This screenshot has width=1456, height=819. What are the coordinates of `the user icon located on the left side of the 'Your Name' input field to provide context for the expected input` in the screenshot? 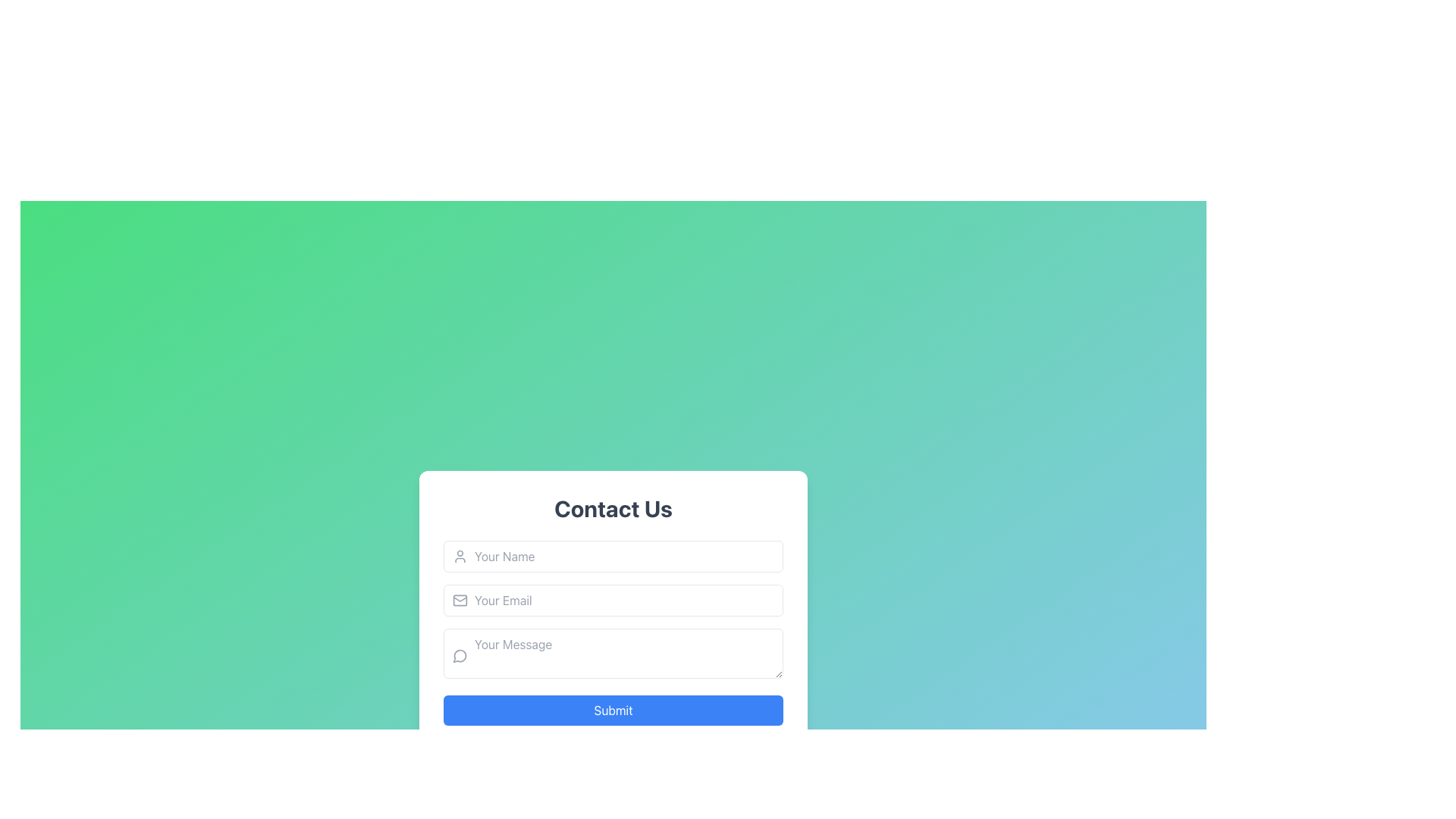 It's located at (459, 556).